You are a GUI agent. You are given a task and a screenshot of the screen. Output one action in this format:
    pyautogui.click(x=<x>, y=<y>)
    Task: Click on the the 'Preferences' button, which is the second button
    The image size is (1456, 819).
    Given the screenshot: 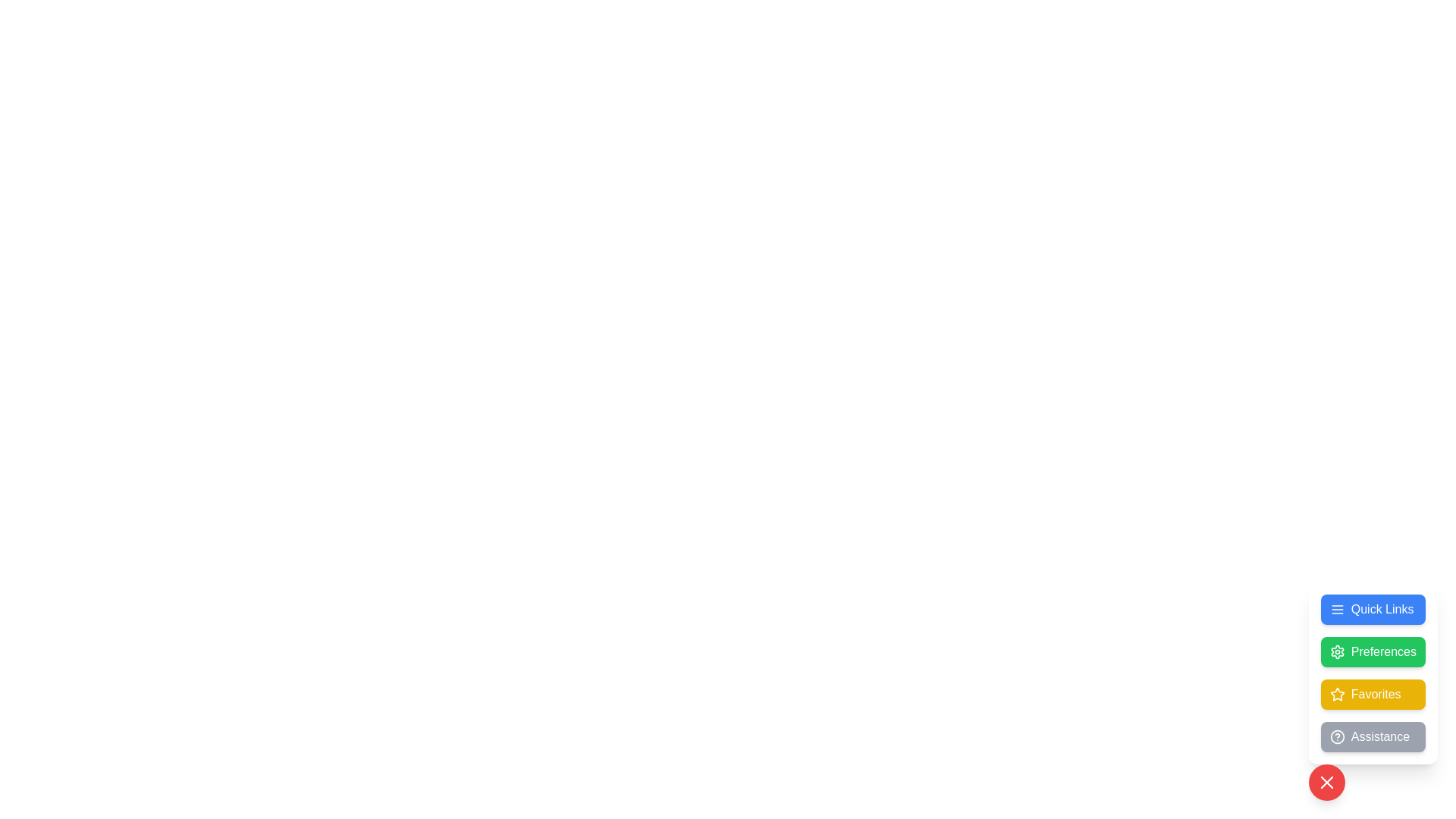 What is the action you would take?
    pyautogui.click(x=1373, y=651)
    